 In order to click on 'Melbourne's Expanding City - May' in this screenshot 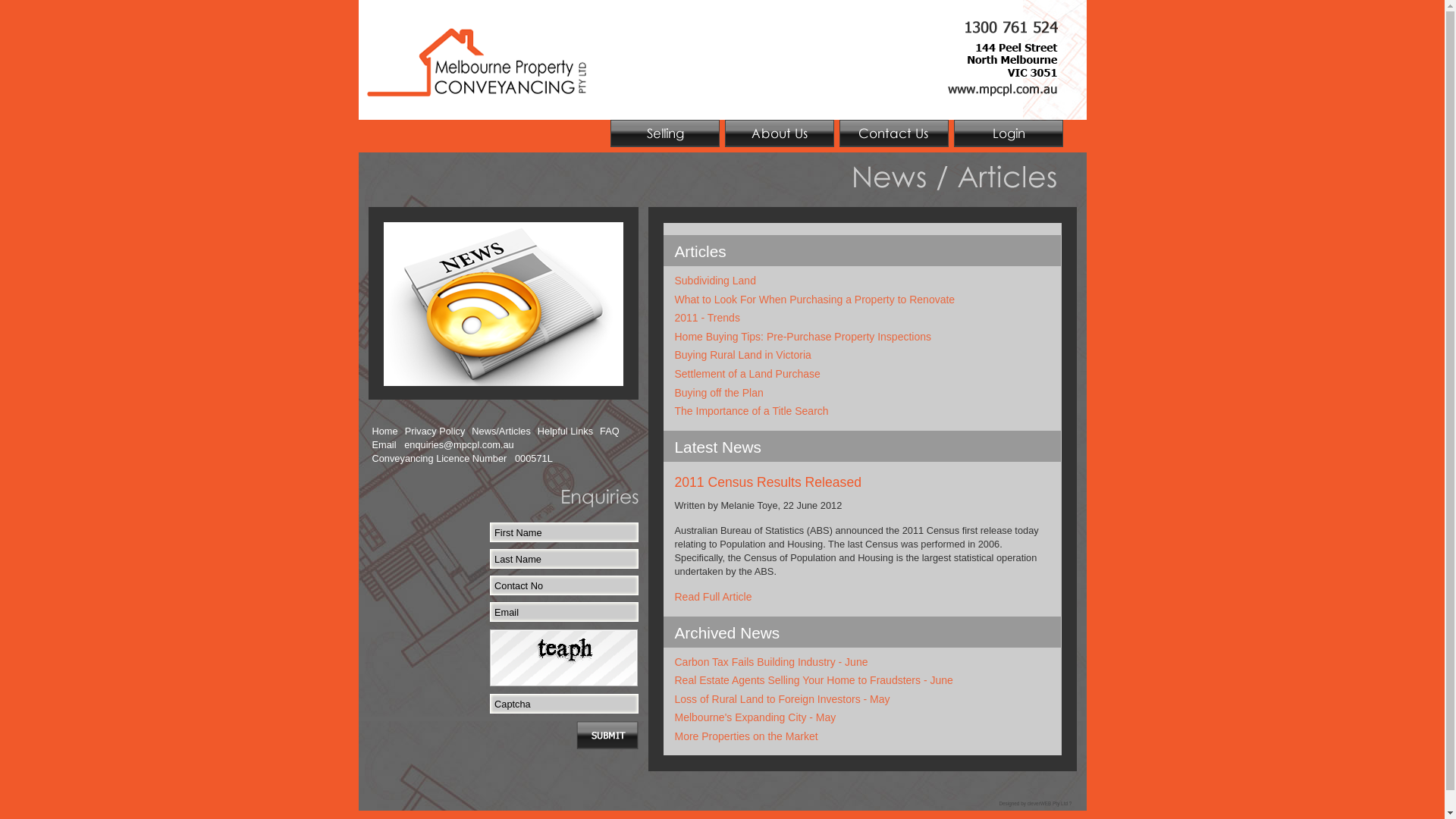, I will do `click(673, 717)`.